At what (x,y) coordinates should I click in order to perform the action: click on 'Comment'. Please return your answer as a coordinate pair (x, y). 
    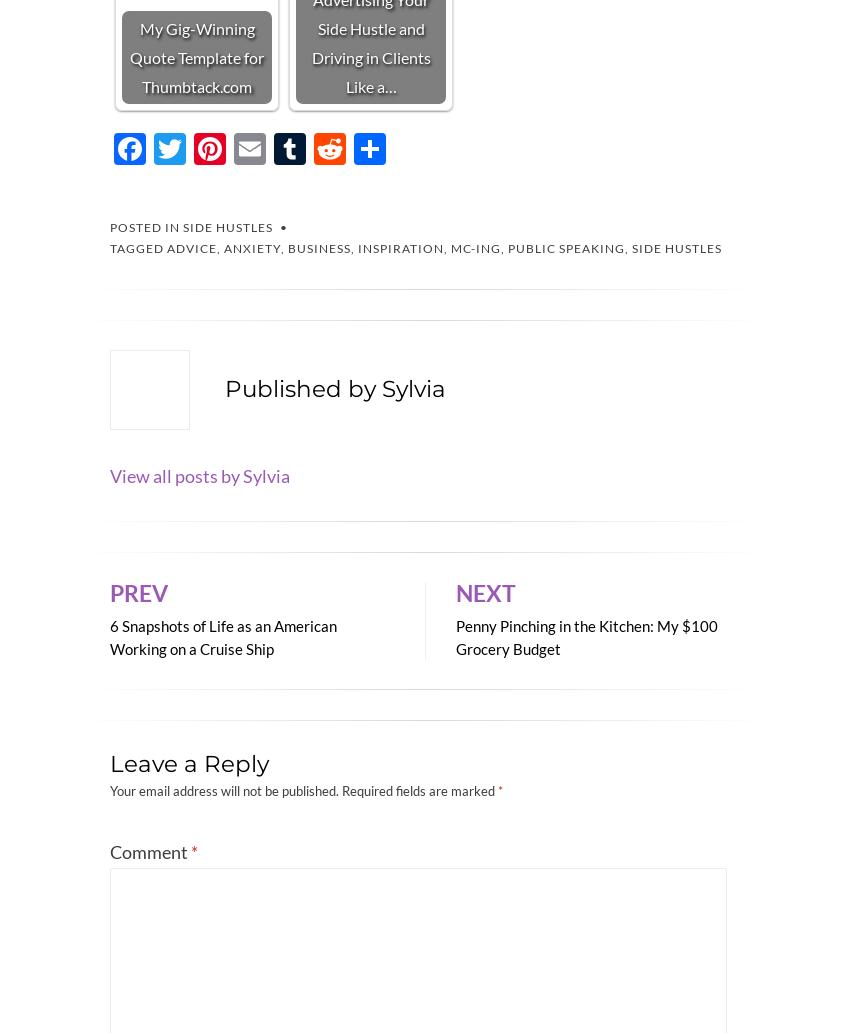
    Looking at the image, I should click on (150, 850).